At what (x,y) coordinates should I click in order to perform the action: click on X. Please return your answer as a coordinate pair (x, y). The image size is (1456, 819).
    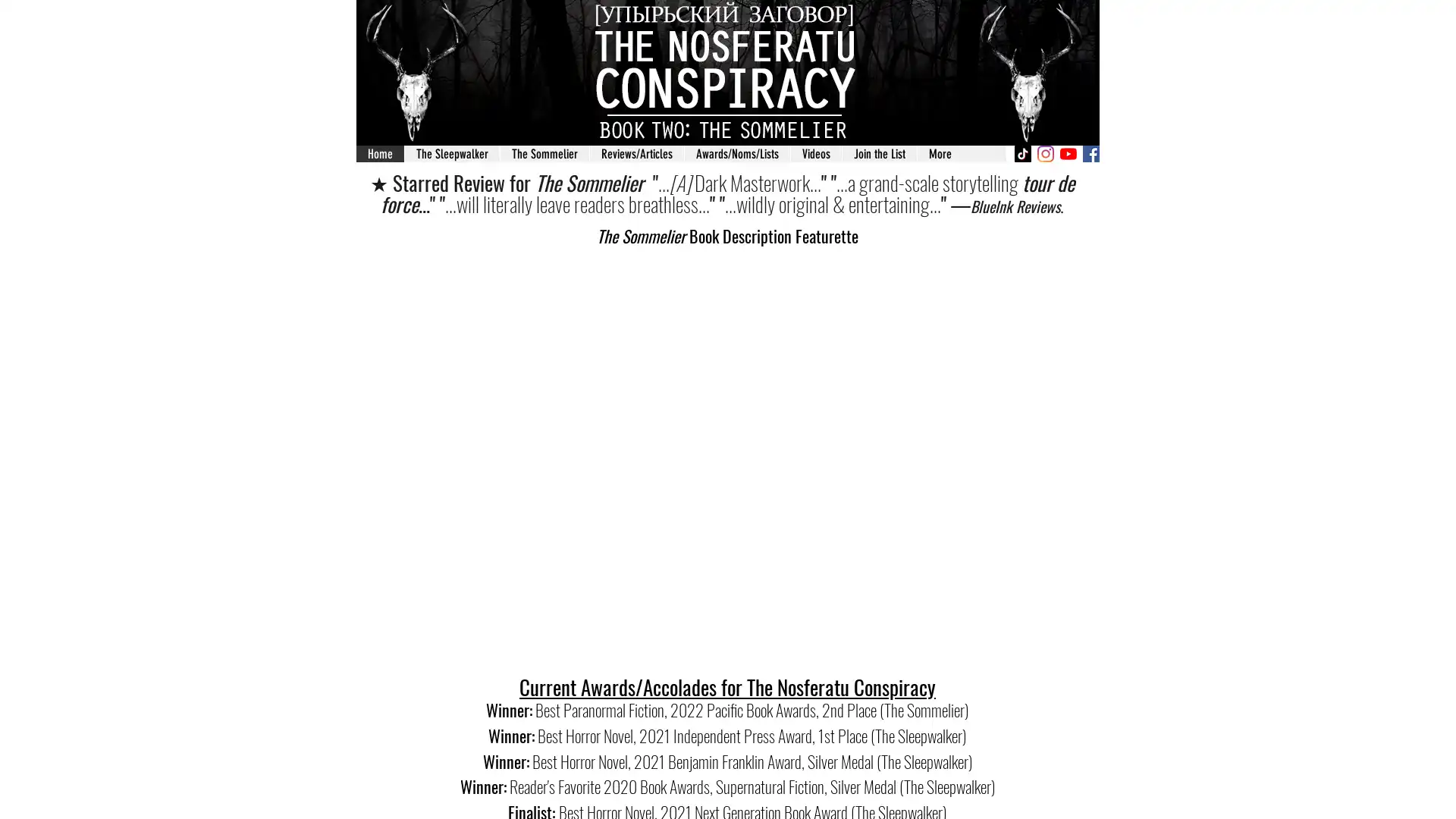
    Looking at the image, I should click on (926, 216).